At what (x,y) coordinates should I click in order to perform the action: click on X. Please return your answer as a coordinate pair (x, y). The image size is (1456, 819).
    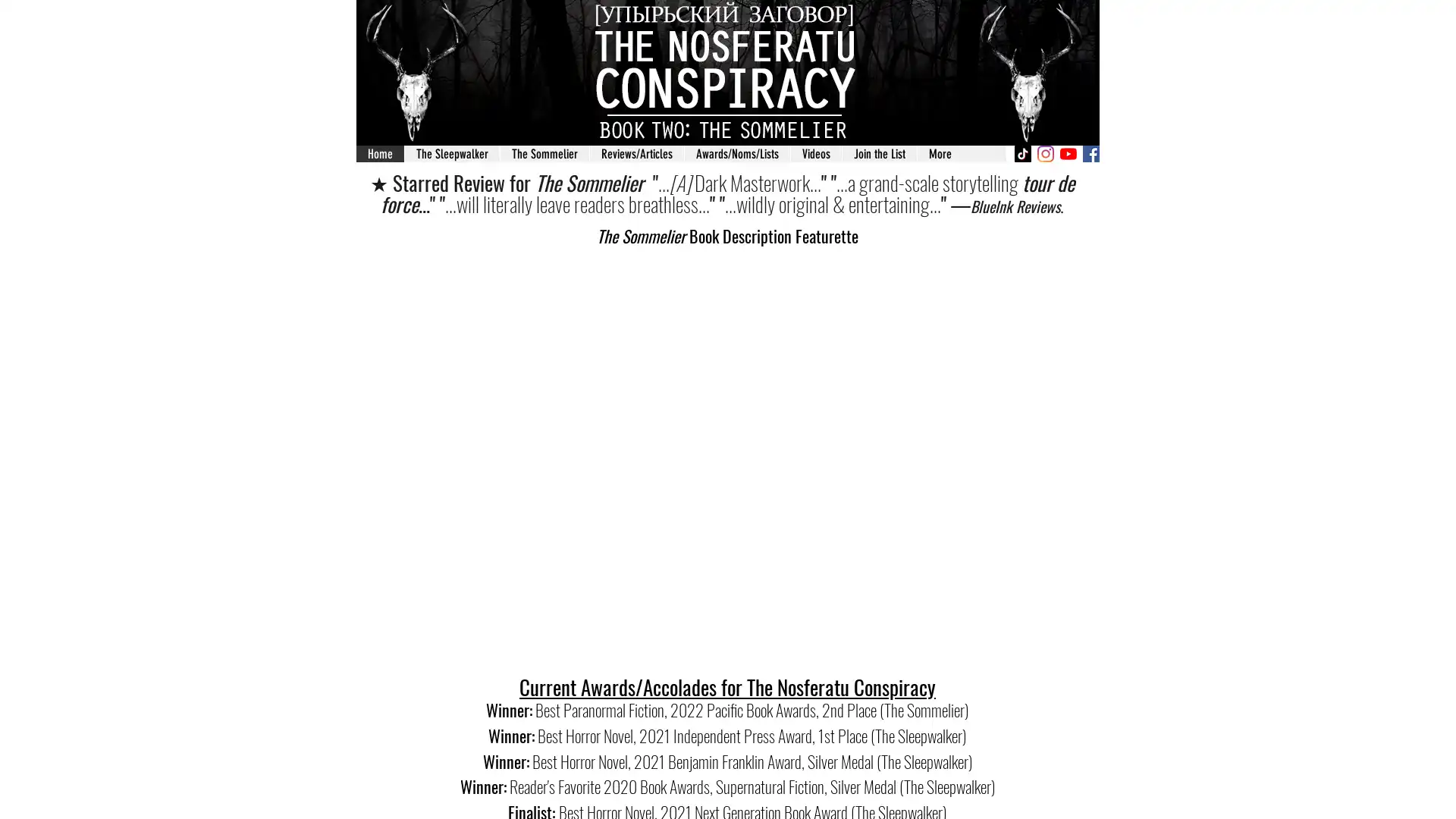
    Looking at the image, I should click on (926, 216).